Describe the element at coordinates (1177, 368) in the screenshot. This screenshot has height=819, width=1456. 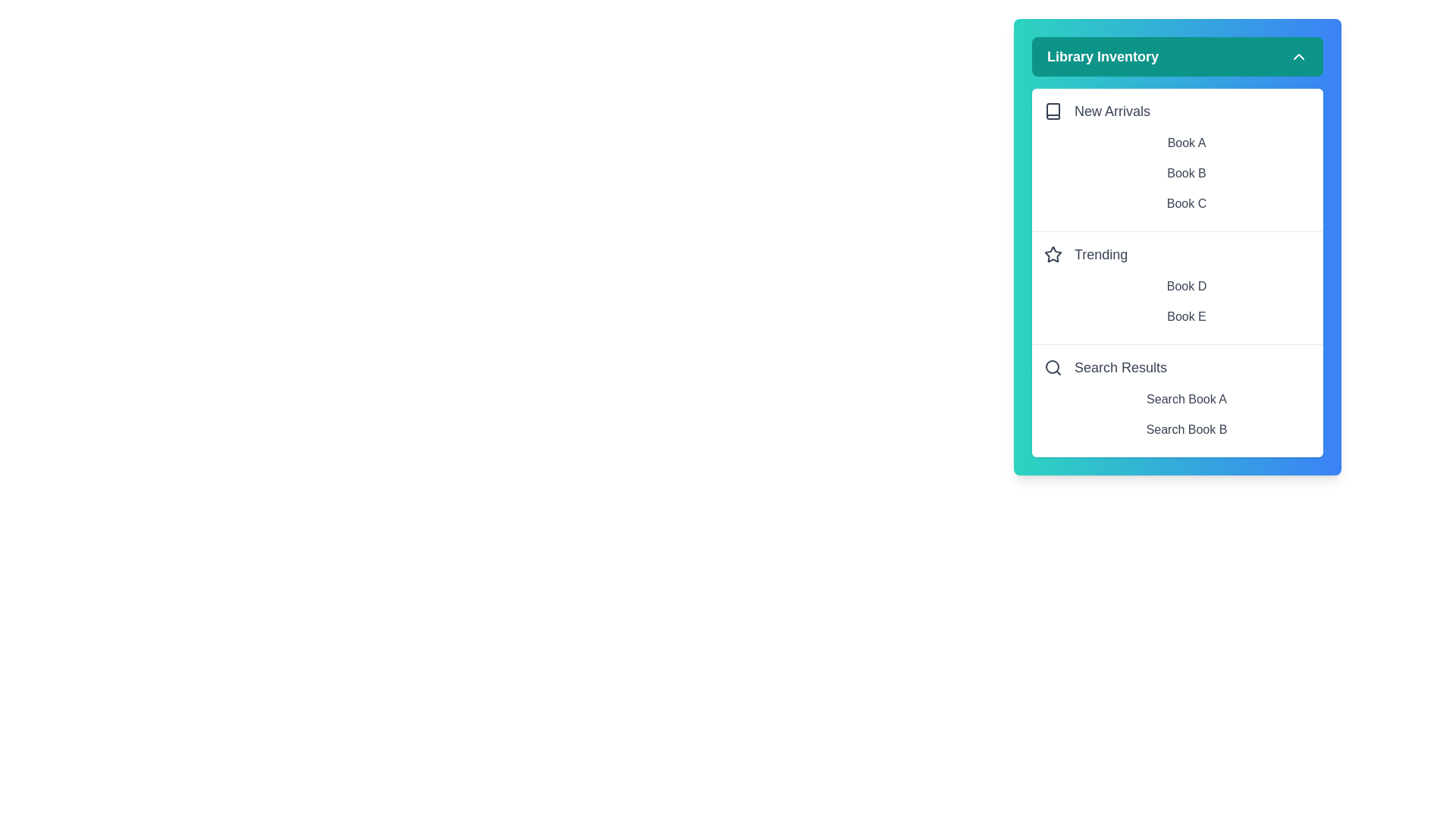
I see `the category Search Results to focus on it` at that location.